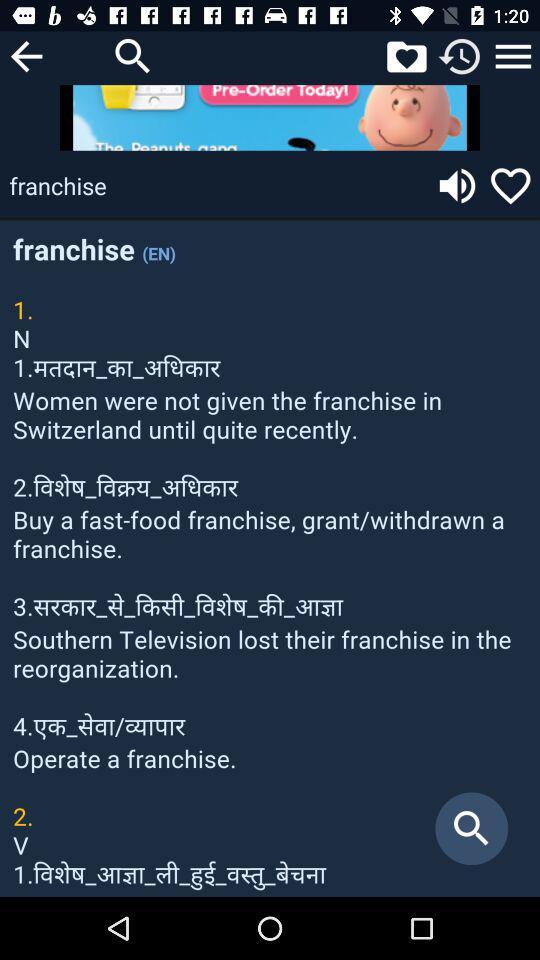  I want to click on advertisement we close it or view it, so click(270, 117).